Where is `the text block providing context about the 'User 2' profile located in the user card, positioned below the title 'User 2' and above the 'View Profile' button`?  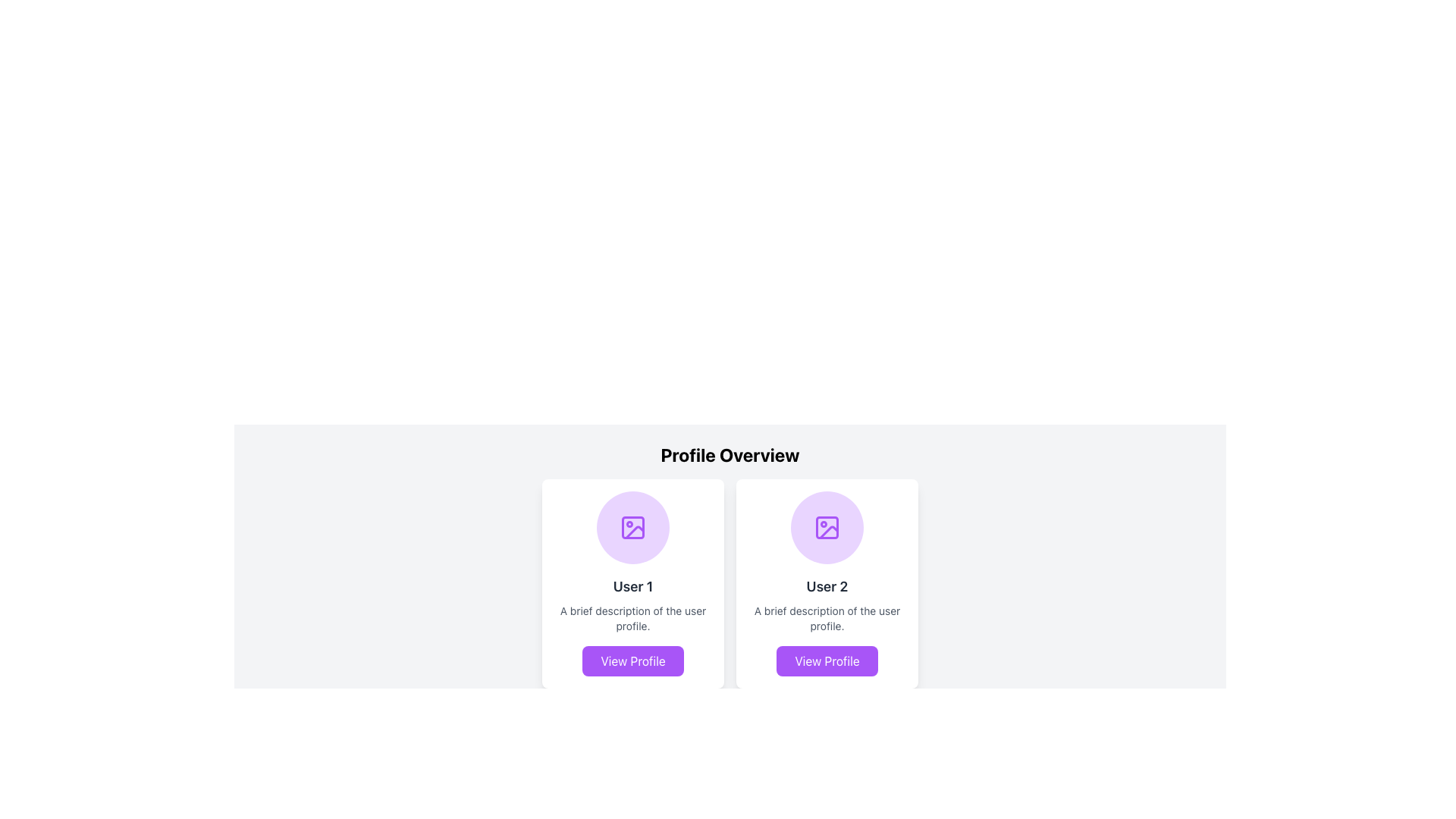
the text block providing context about the 'User 2' profile located in the user card, positioned below the title 'User 2' and above the 'View Profile' button is located at coordinates (826, 619).